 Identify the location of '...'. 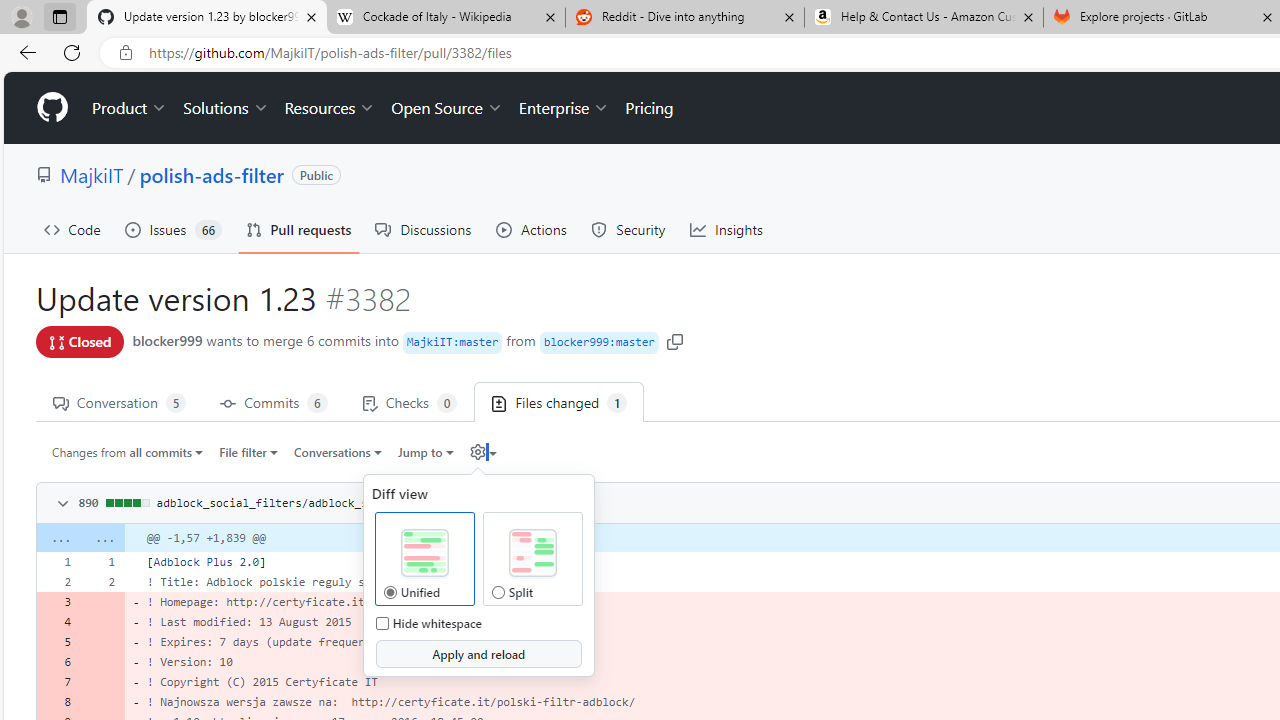
(102, 537).